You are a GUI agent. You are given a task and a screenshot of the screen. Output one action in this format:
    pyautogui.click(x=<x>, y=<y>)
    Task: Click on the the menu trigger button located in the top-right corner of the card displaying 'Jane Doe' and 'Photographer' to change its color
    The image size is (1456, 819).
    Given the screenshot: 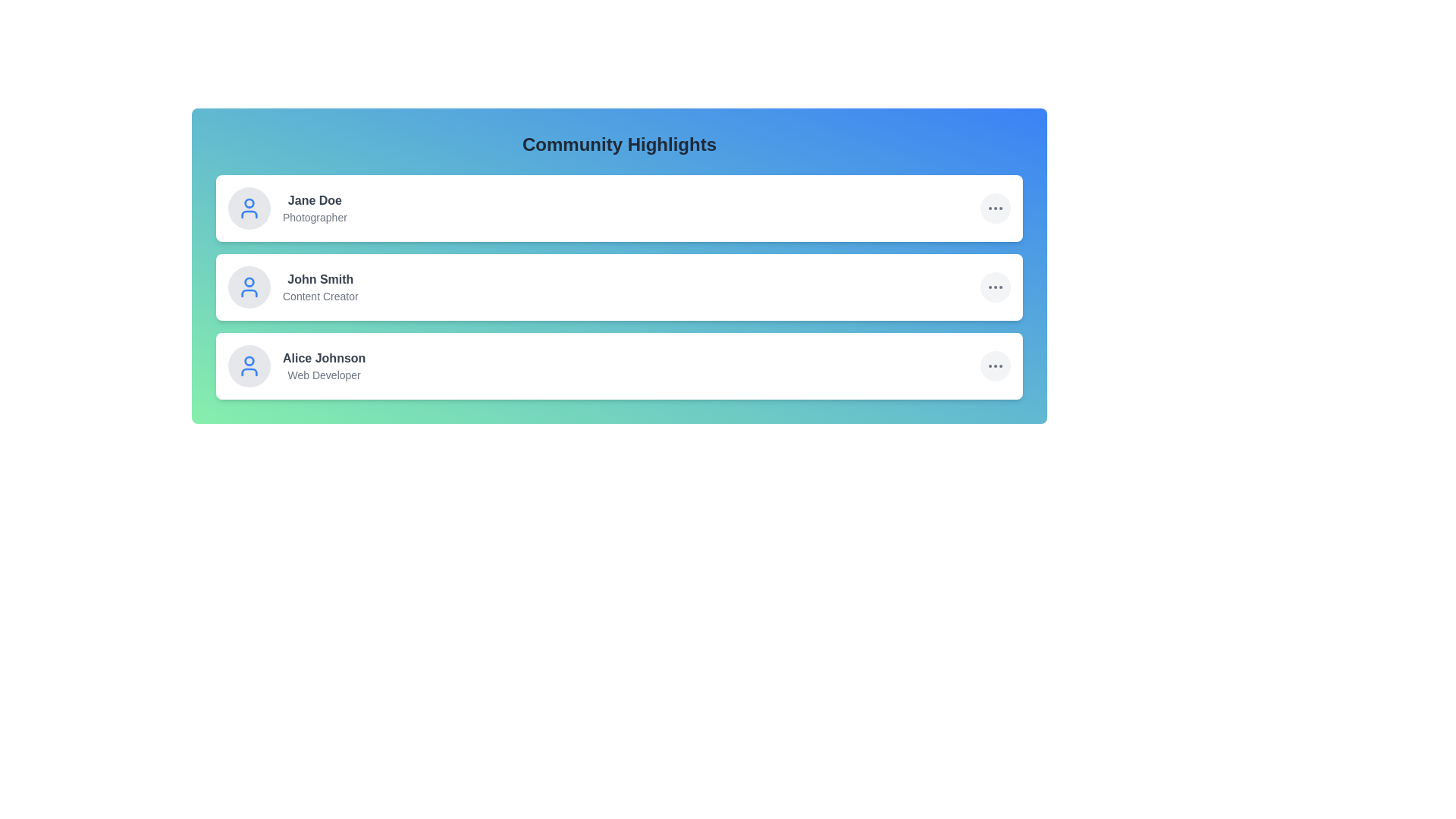 What is the action you would take?
    pyautogui.click(x=996, y=208)
    